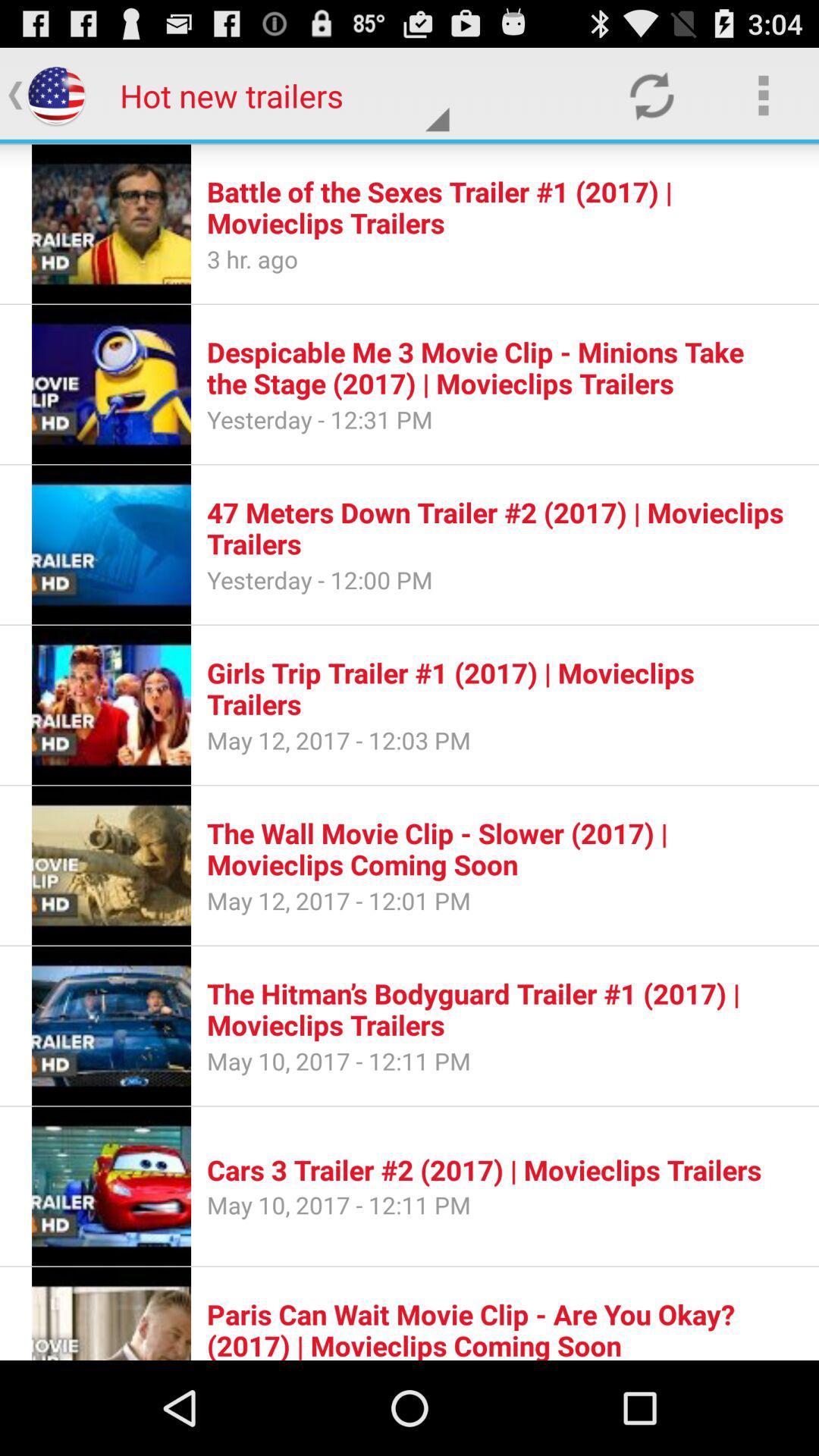  What do you see at coordinates (763, 94) in the screenshot?
I see `the app above battle of the item` at bounding box center [763, 94].